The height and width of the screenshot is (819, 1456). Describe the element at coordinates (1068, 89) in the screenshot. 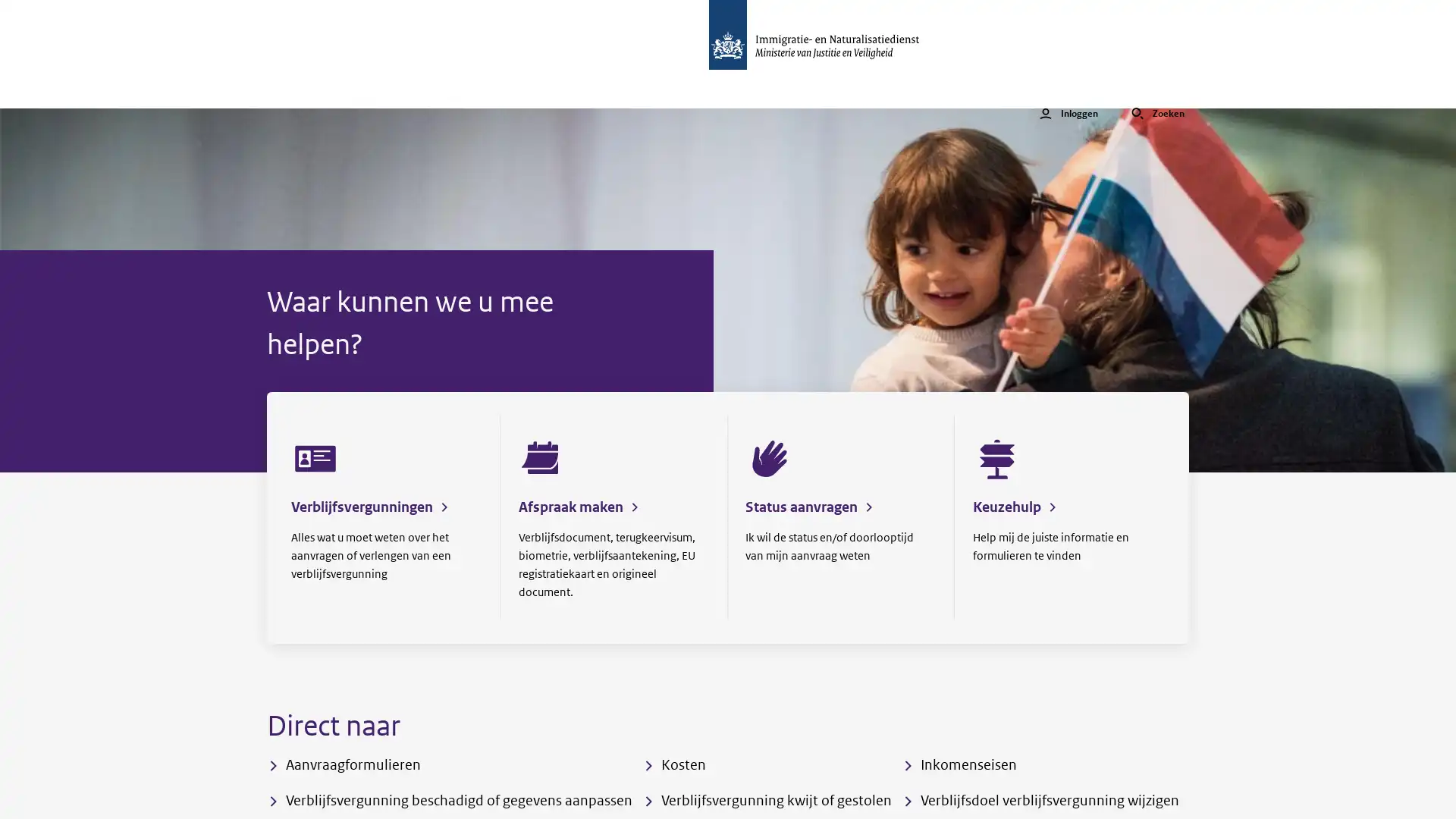

I see `1 Inloggen` at that location.